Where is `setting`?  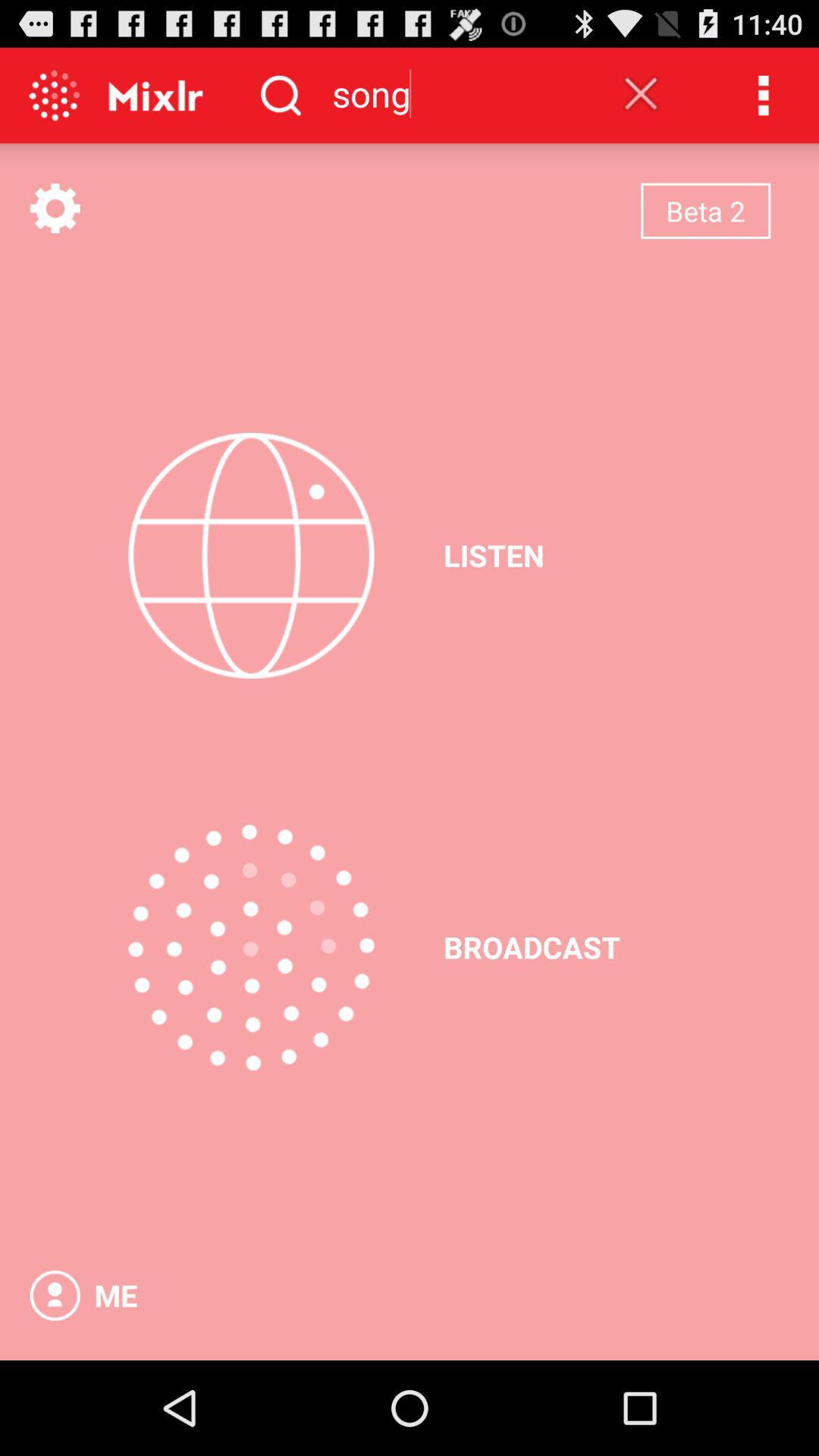
setting is located at coordinates (54, 207).